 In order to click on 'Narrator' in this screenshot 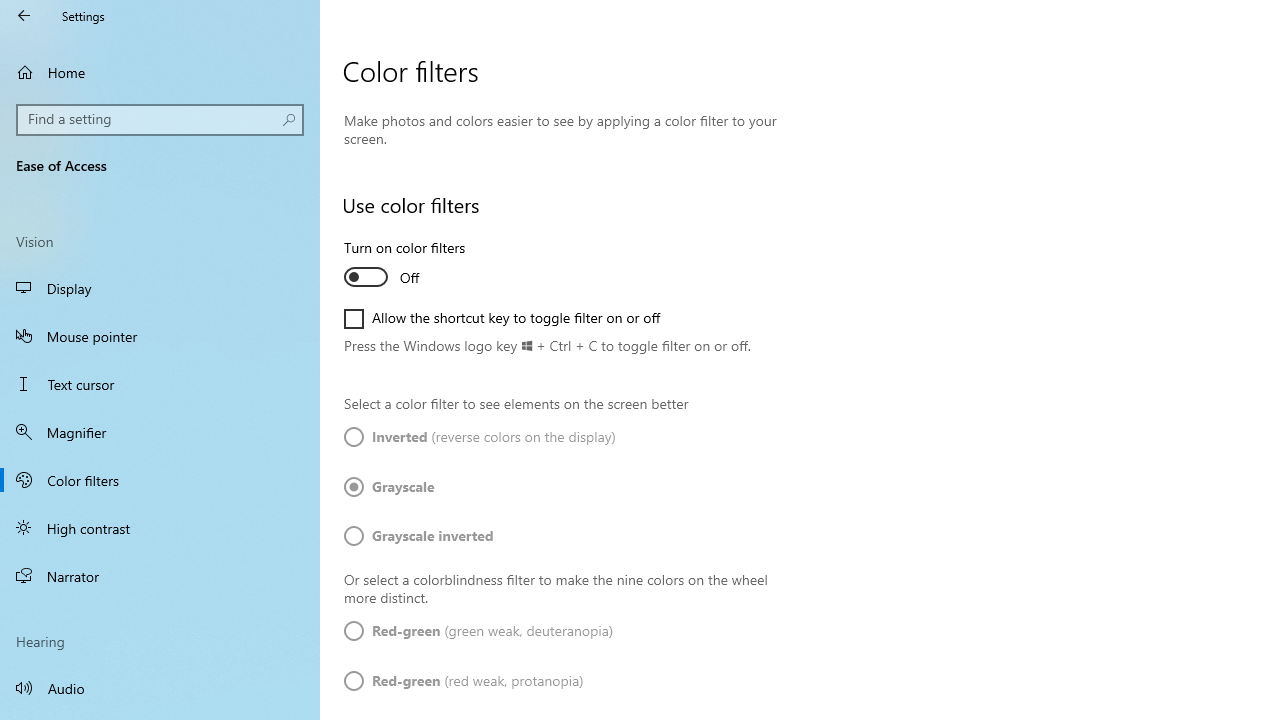, I will do `click(160, 576)`.